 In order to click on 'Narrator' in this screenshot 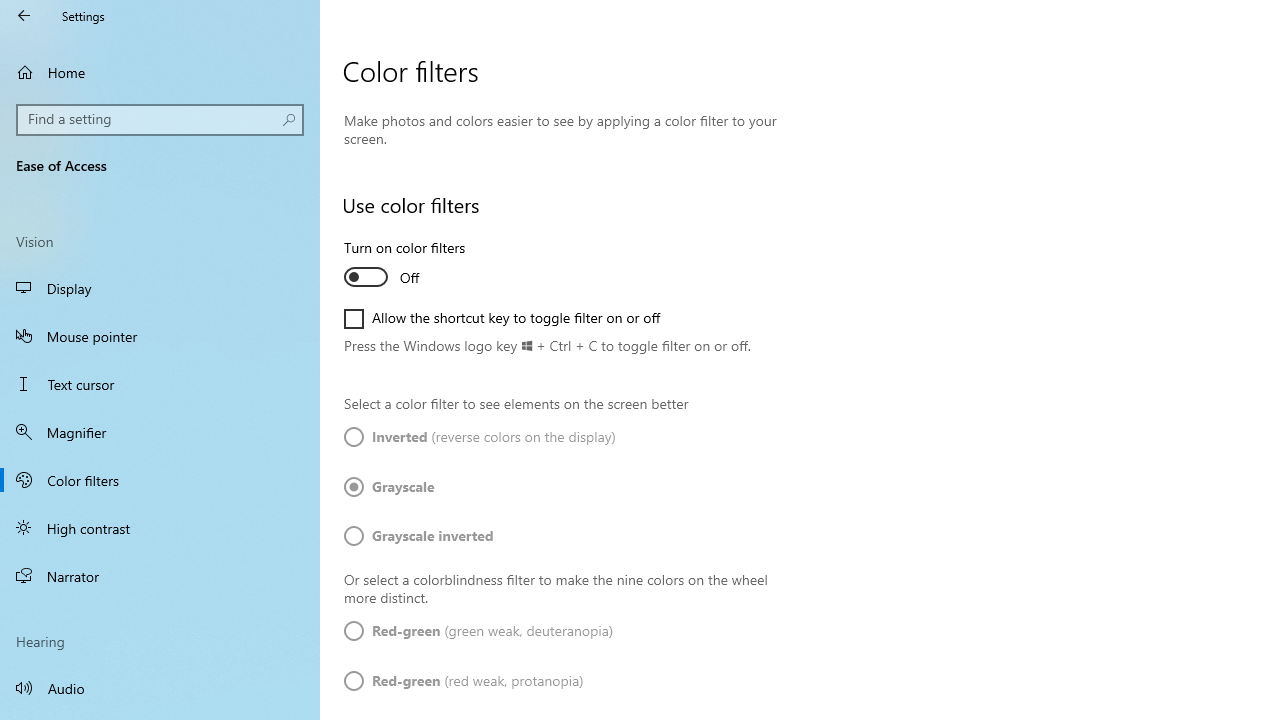, I will do `click(160, 576)`.